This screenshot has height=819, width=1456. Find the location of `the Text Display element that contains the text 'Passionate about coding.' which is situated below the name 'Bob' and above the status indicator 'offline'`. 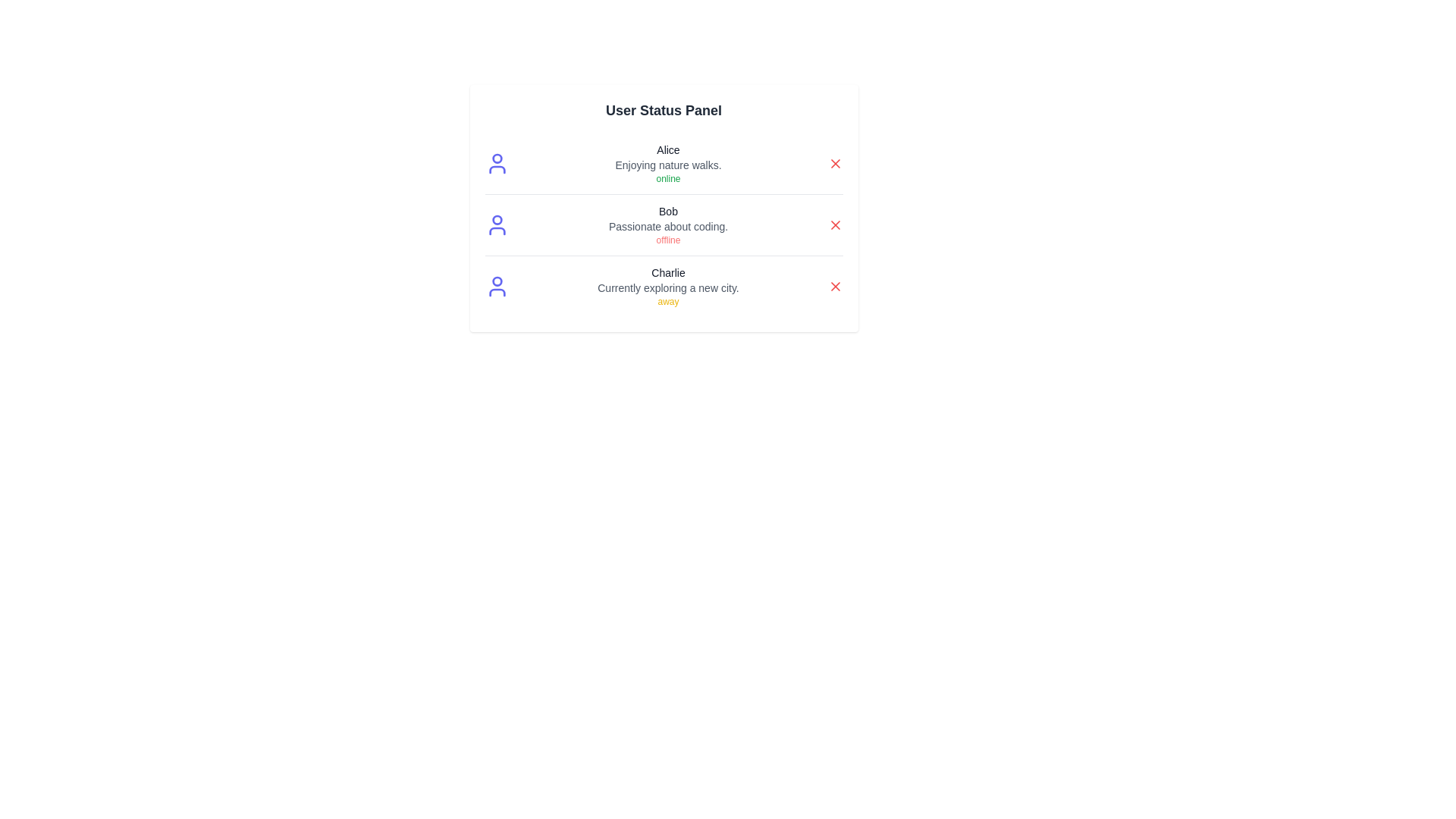

the Text Display element that contains the text 'Passionate about coding.' which is situated below the name 'Bob' and above the status indicator 'offline' is located at coordinates (667, 227).